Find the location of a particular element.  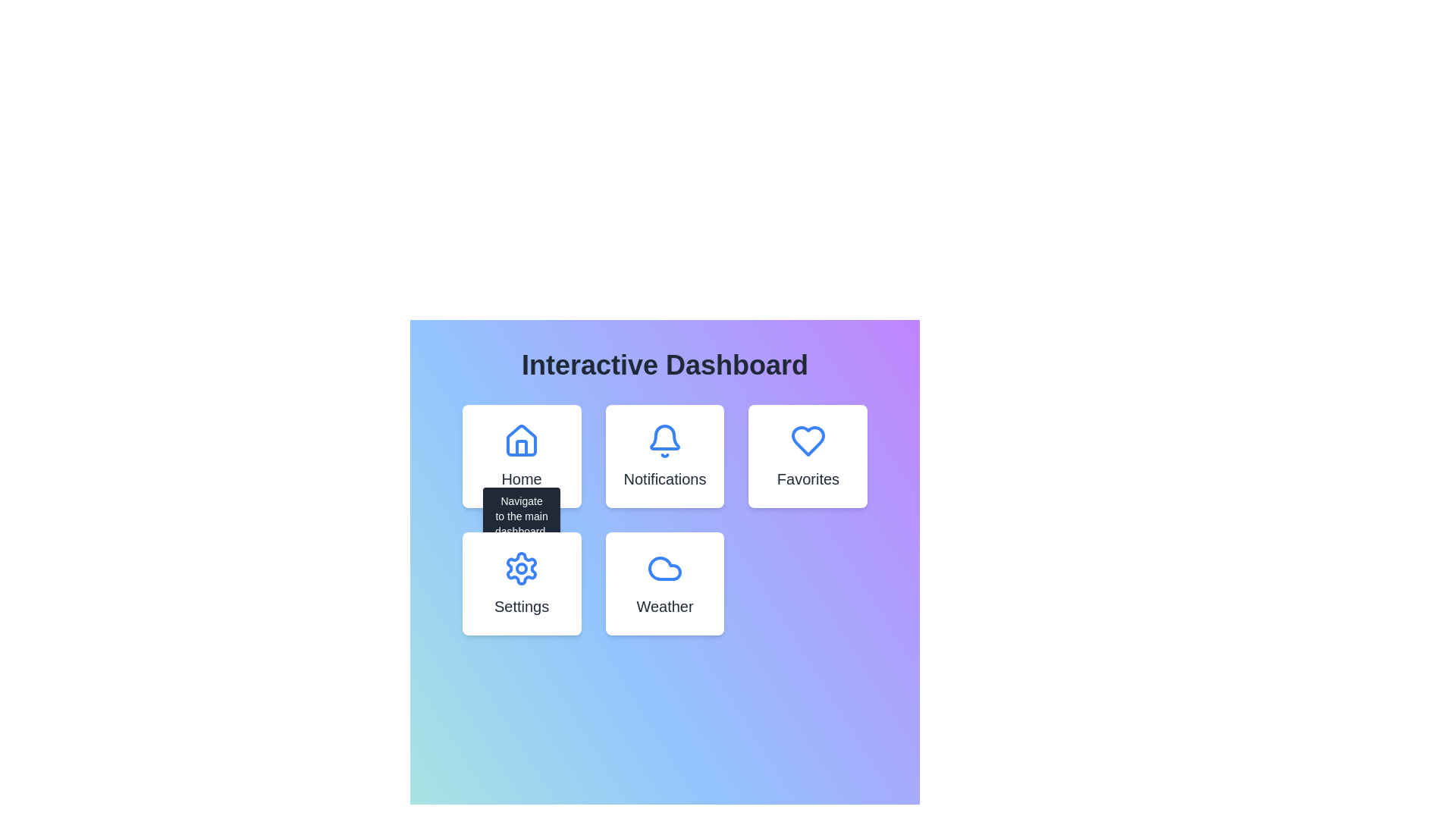

the 'Notifications' label, which is styled in a medium-sized gray font and located below the bell icon in the card section at the top-center of the layout is located at coordinates (665, 479).